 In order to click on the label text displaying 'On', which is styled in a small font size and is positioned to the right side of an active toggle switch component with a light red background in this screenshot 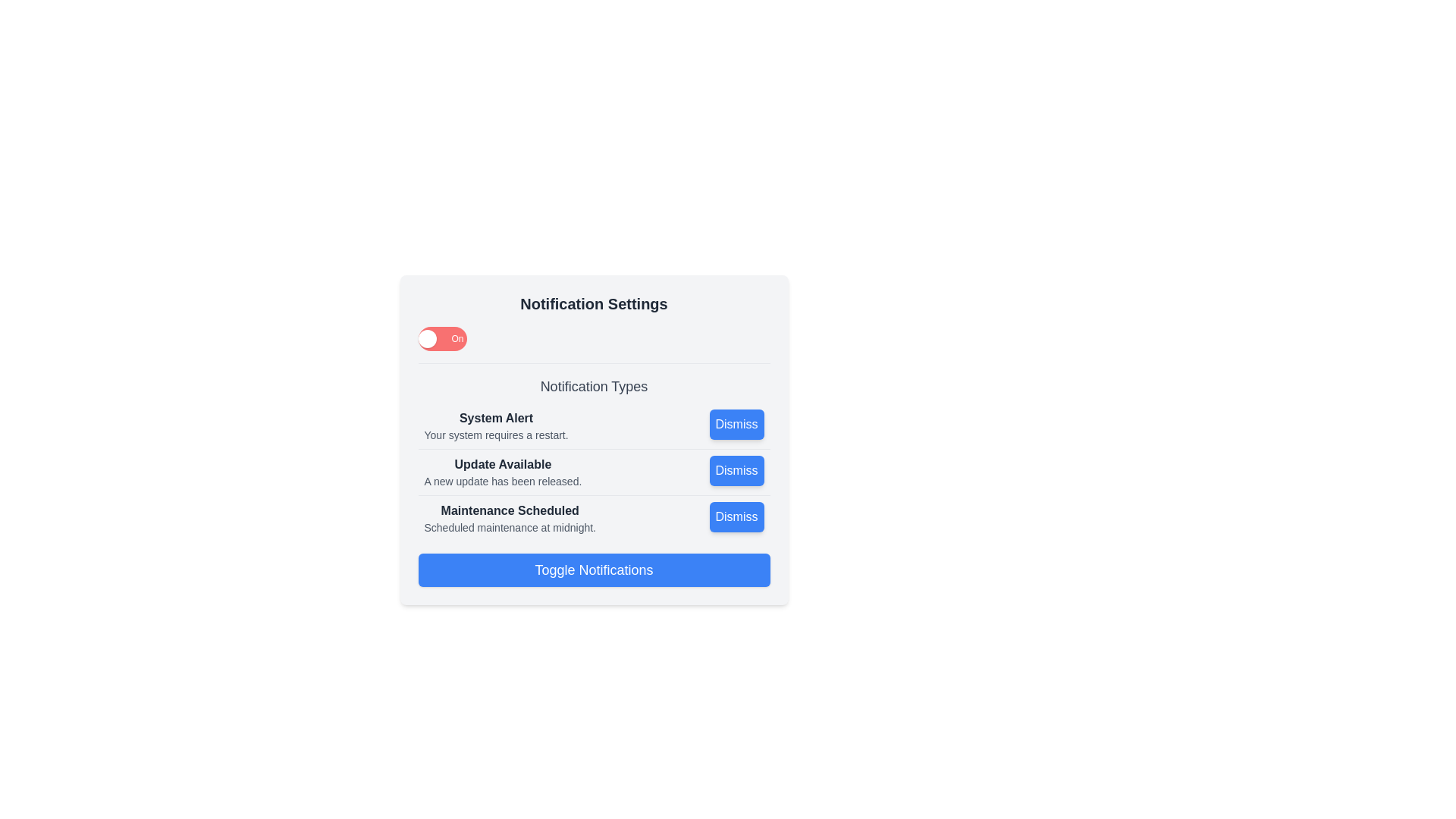, I will do `click(457, 338)`.